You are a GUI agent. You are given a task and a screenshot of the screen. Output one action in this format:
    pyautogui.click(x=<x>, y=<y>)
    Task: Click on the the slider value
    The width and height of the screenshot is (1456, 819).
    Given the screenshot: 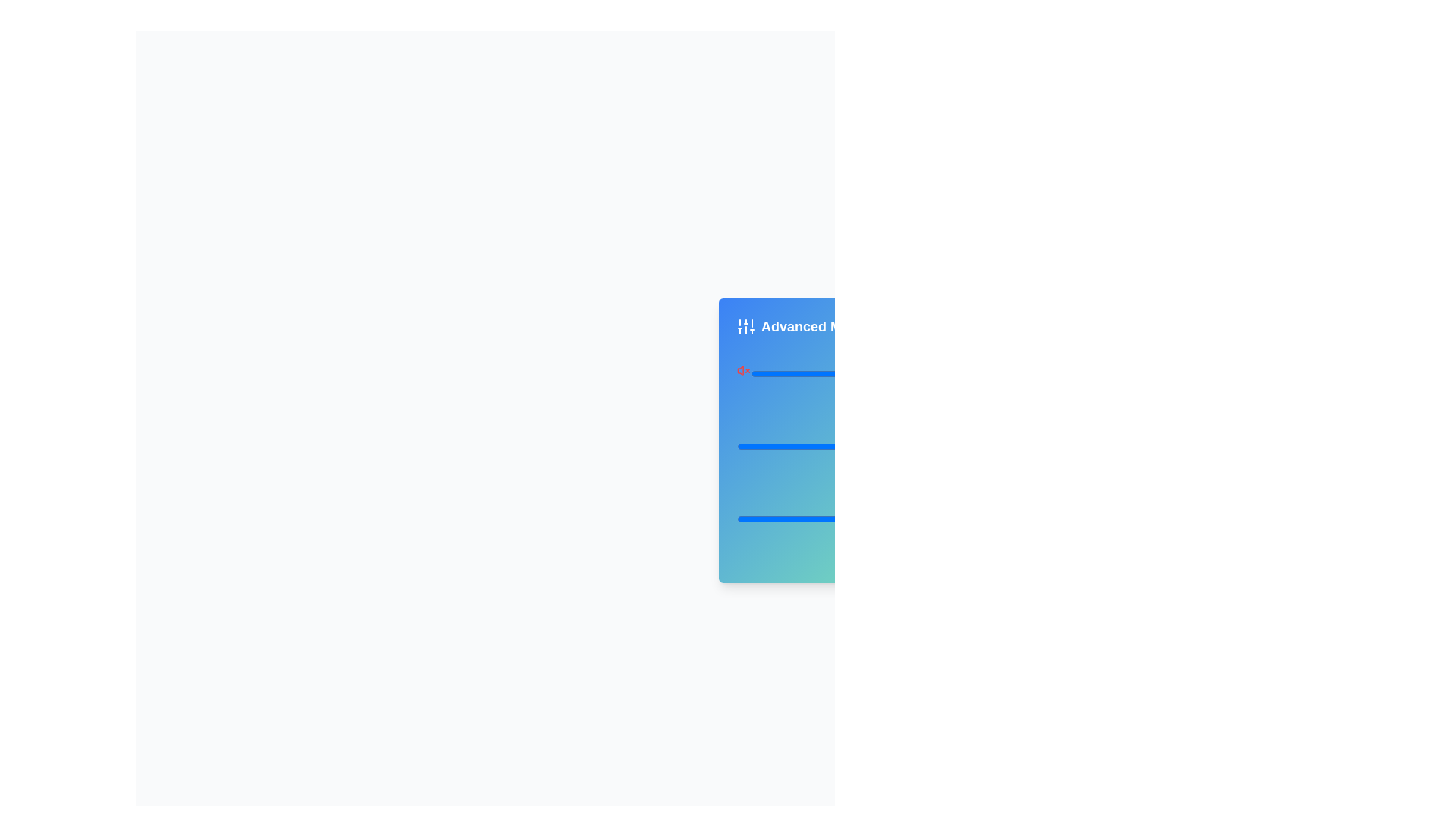 What is the action you would take?
    pyautogui.click(x=976, y=368)
    